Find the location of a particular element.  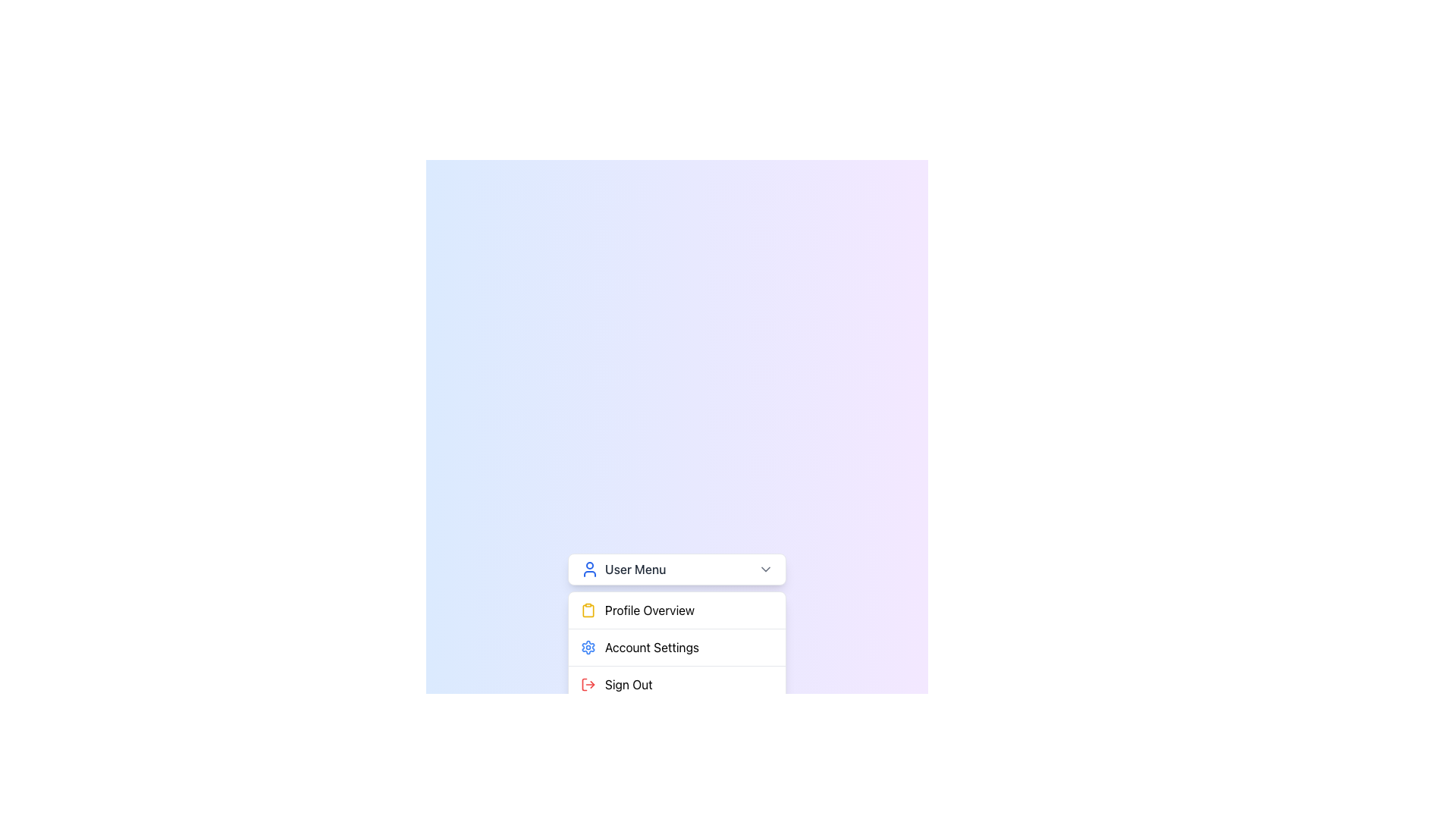

the 'Profile Overview' menu item, which is the first item in the vertical 'User Menu' list is located at coordinates (676, 610).